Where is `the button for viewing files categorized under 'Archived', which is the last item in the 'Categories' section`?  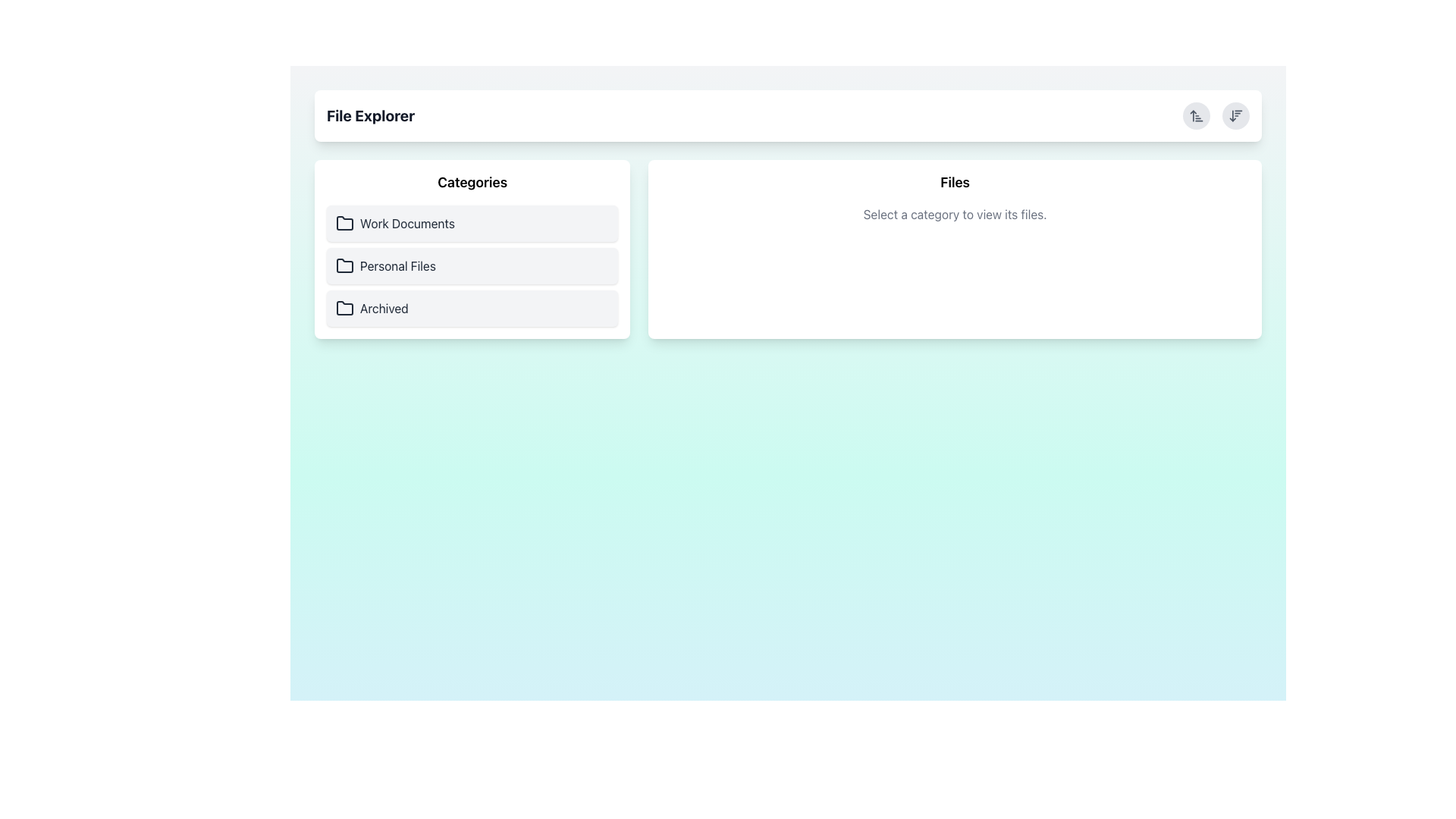
the button for viewing files categorized under 'Archived', which is the last item in the 'Categories' section is located at coordinates (472, 308).